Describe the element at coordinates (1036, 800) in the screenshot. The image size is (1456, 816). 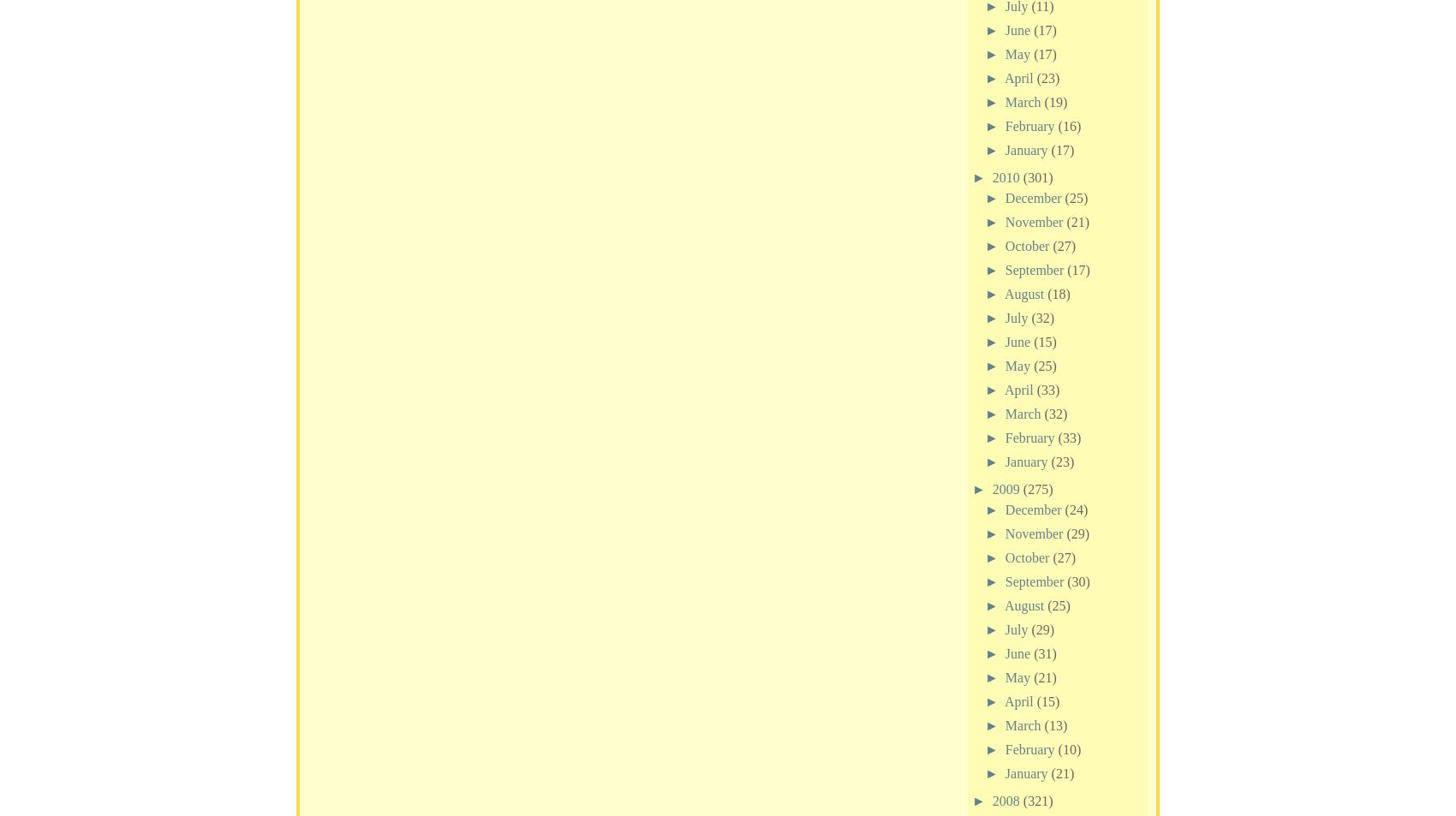
I see `'(321)'` at that location.